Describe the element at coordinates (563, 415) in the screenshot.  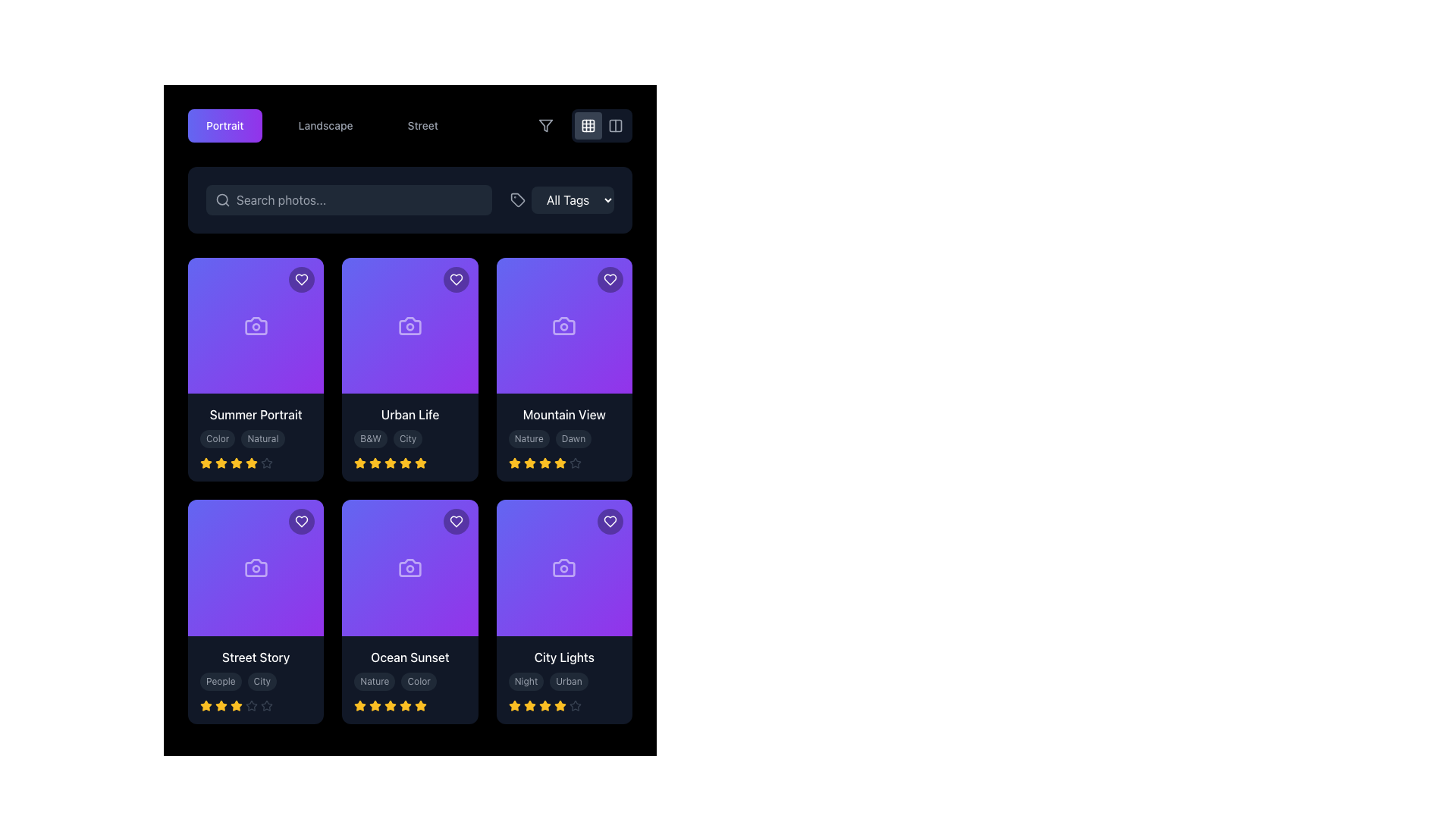
I see `the text element displaying the title 'Mountain View', which is styled in white text on a dark background, located in the third card from the left in the top row of a grid layout` at that location.